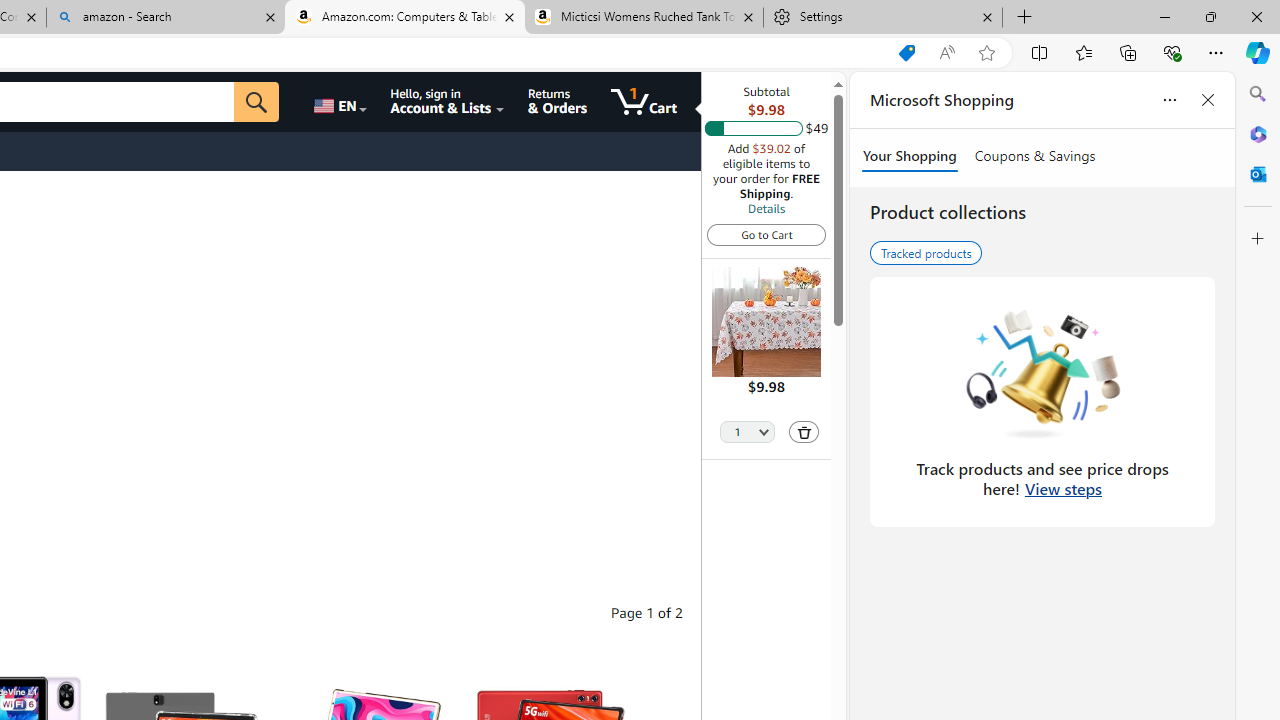  What do you see at coordinates (803, 430) in the screenshot?
I see `'Delete'` at bounding box center [803, 430].